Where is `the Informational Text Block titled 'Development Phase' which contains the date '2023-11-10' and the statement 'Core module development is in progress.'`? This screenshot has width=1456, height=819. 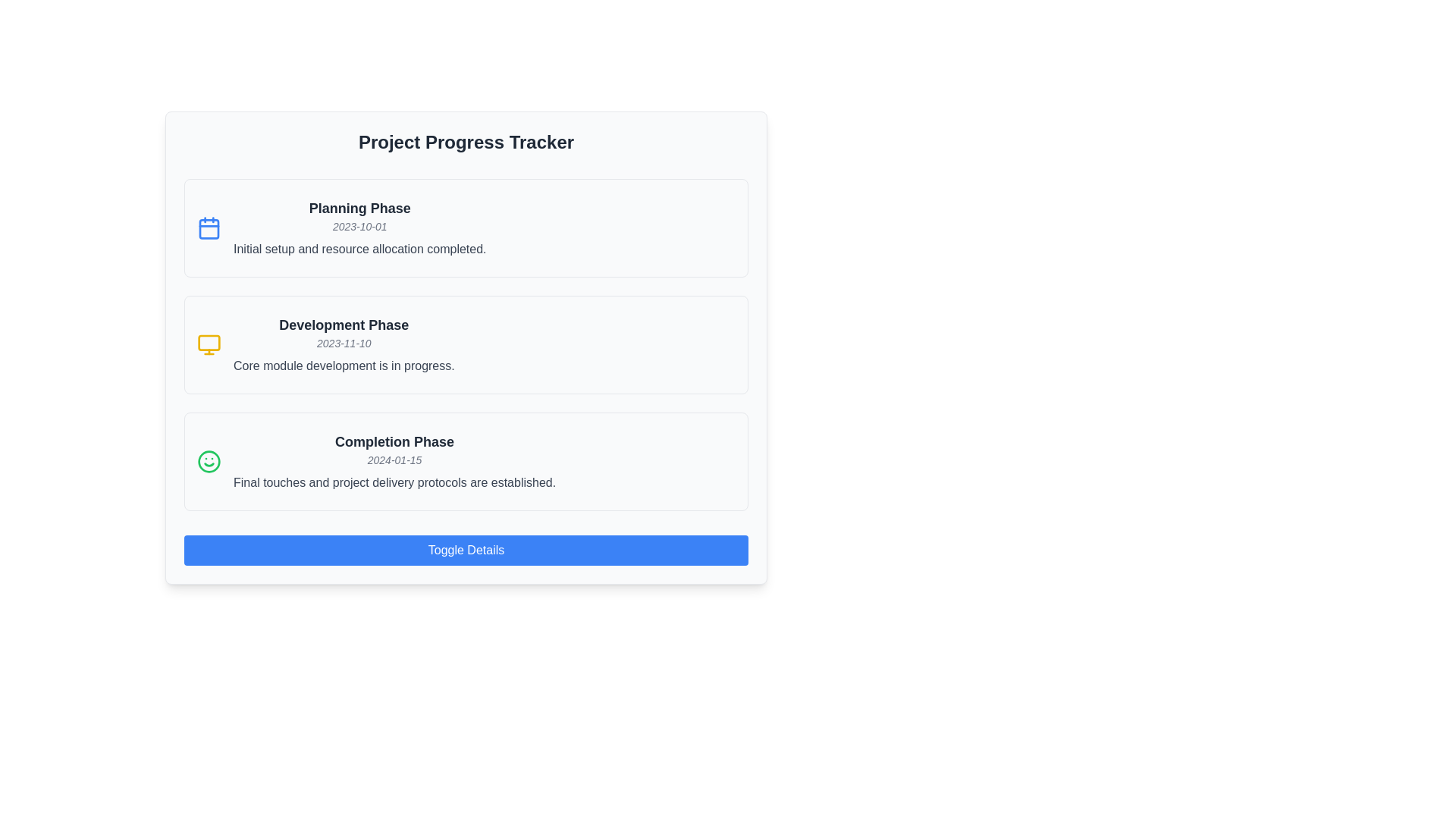
the Informational Text Block titled 'Development Phase' which contains the date '2023-11-10' and the statement 'Core module development is in progress.' is located at coordinates (343, 345).